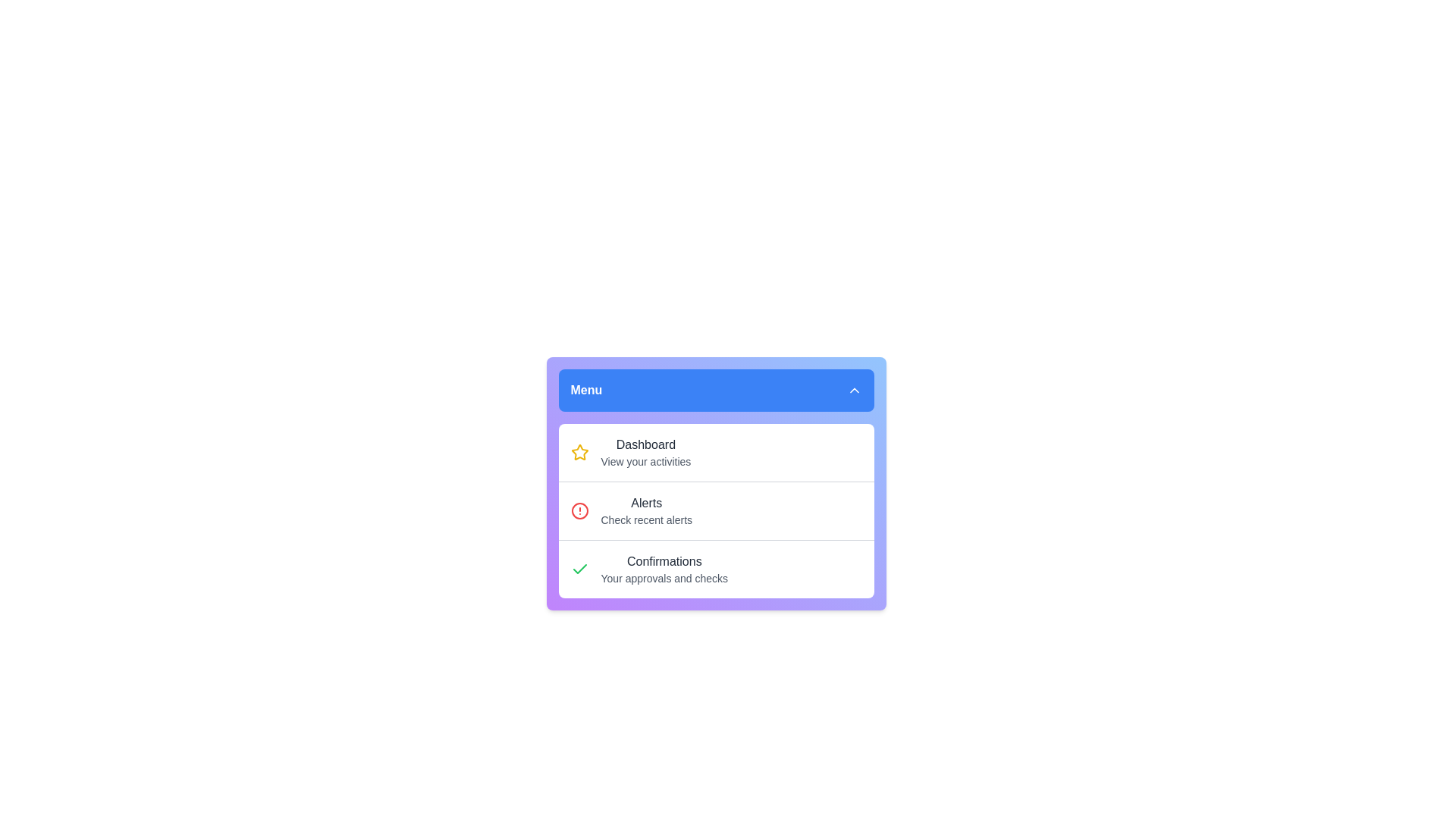 This screenshot has height=819, width=1456. What do you see at coordinates (664, 570) in the screenshot?
I see `the List Item in the sidebar menu that represents user approvals and checks, identifiable by its green check icon and descriptive text` at bounding box center [664, 570].